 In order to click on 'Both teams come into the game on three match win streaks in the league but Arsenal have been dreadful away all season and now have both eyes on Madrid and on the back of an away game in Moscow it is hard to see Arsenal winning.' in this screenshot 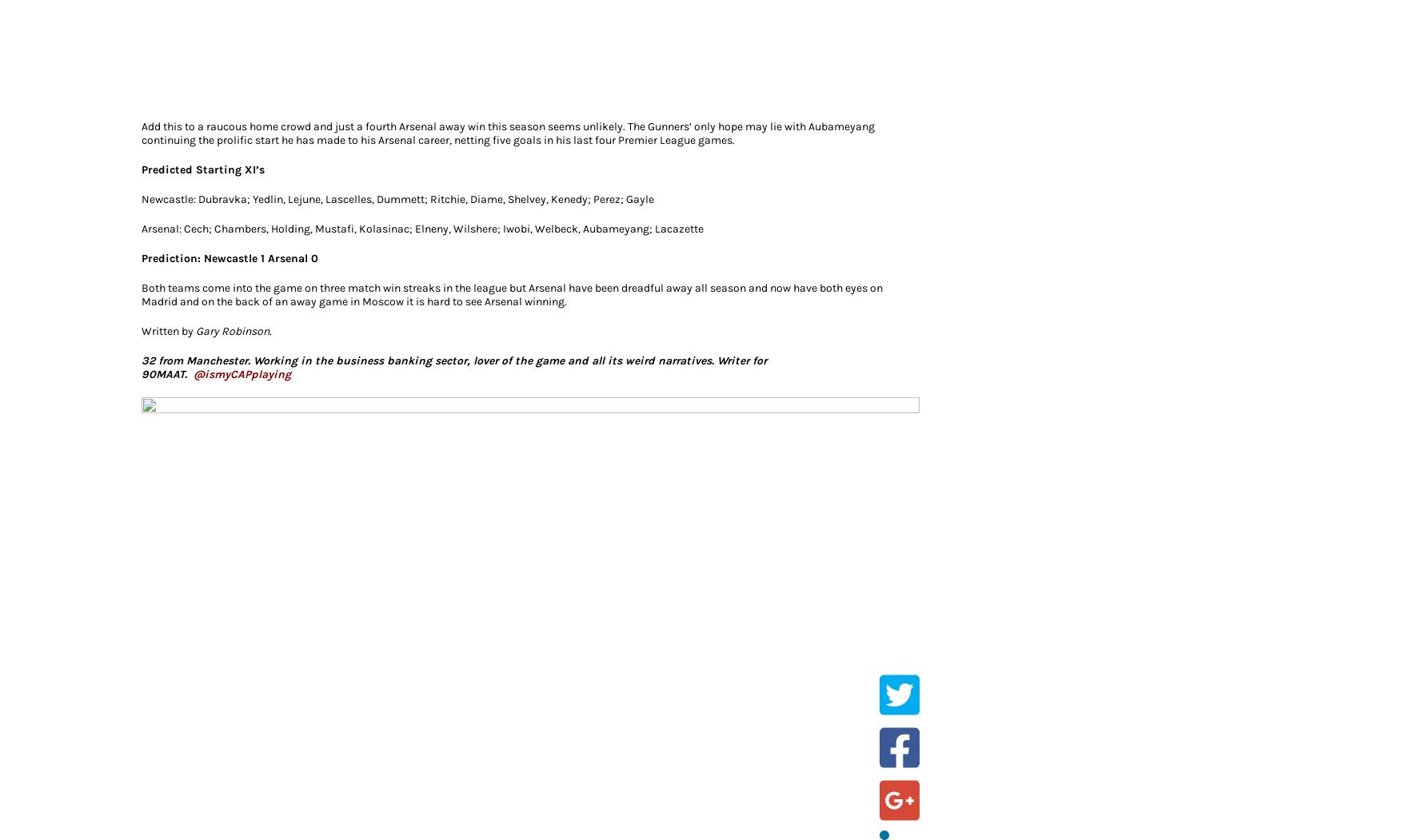, I will do `click(142, 293)`.